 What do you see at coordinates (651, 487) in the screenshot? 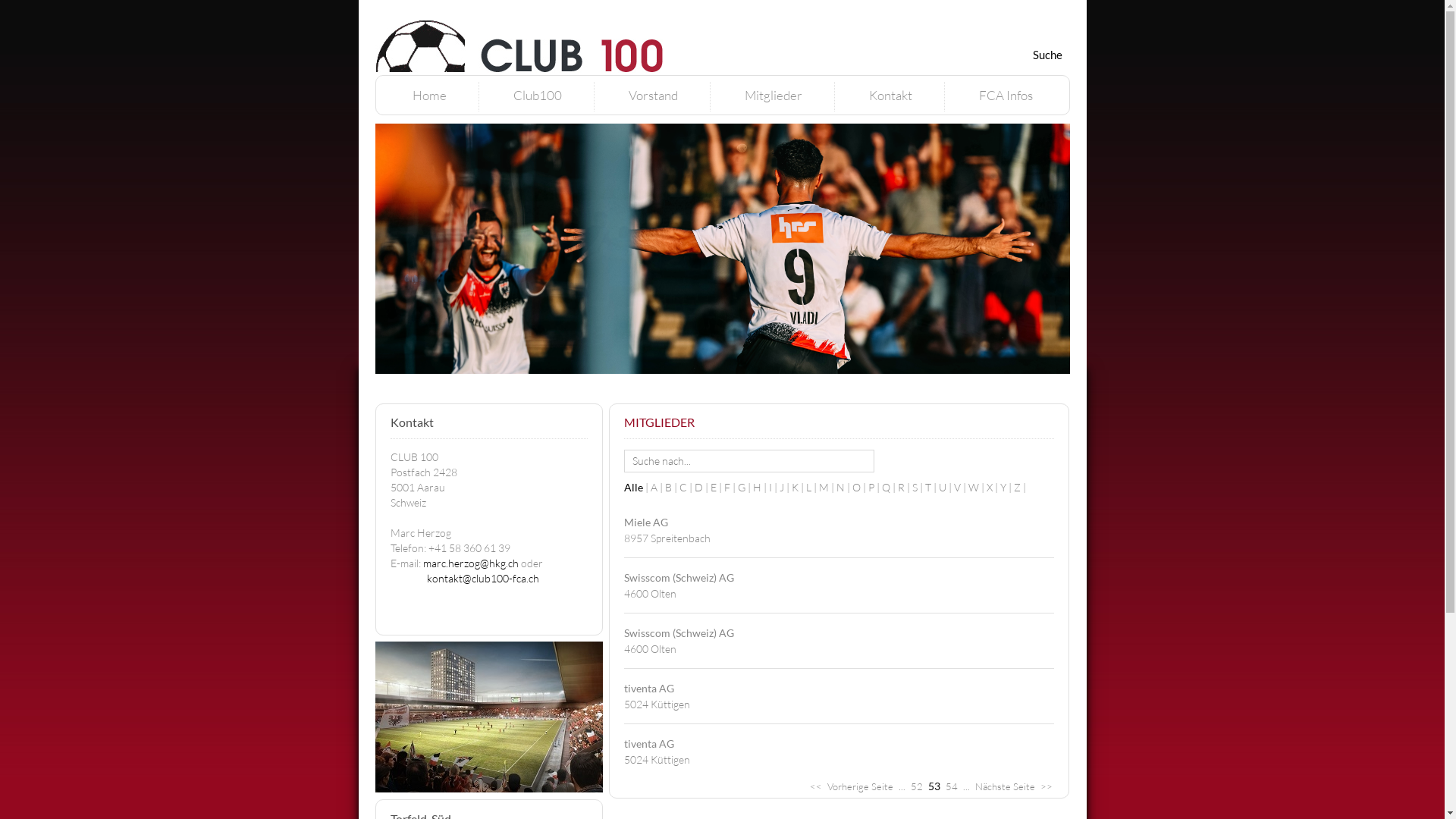
I see `'A'` at bounding box center [651, 487].